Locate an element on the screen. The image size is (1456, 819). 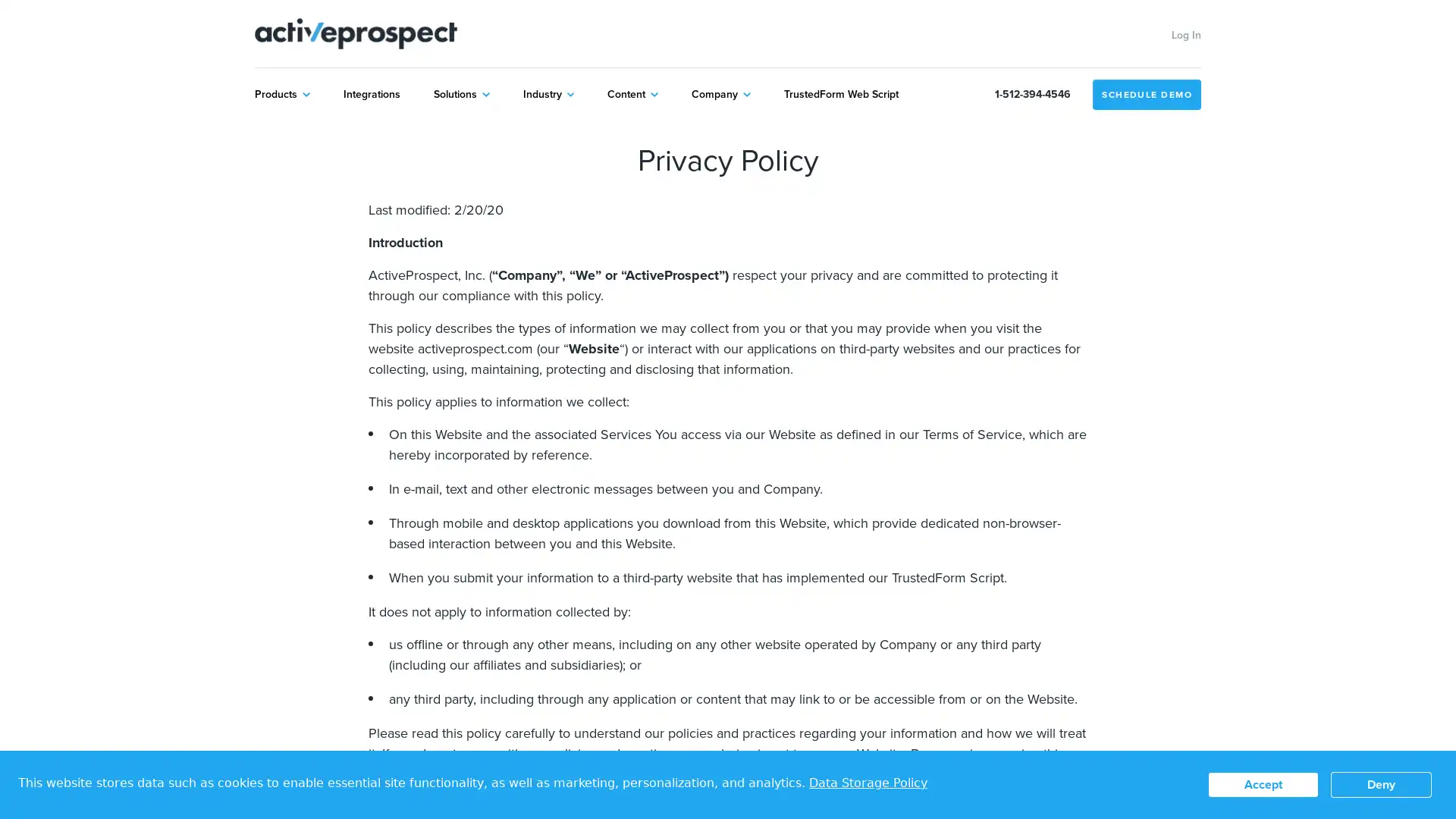
Deny is located at coordinates (1381, 784).